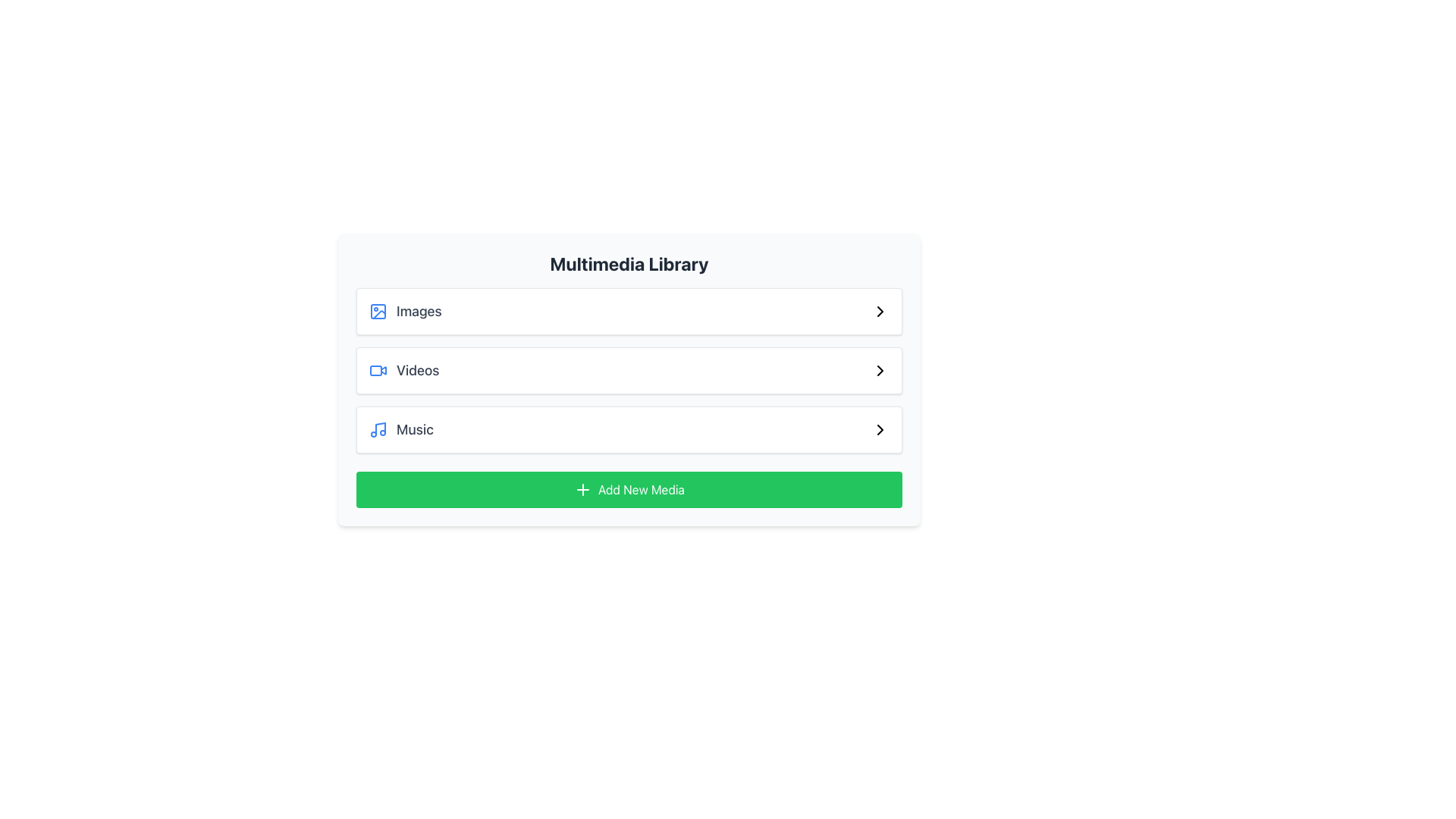 The image size is (1456, 819). Describe the element at coordinates (418, 371) in the screenshot. I see `the 'Videos' text label, which is displayed in a medium-sized, bold gray font, located as the second item in a vertical list of categories` at that location.